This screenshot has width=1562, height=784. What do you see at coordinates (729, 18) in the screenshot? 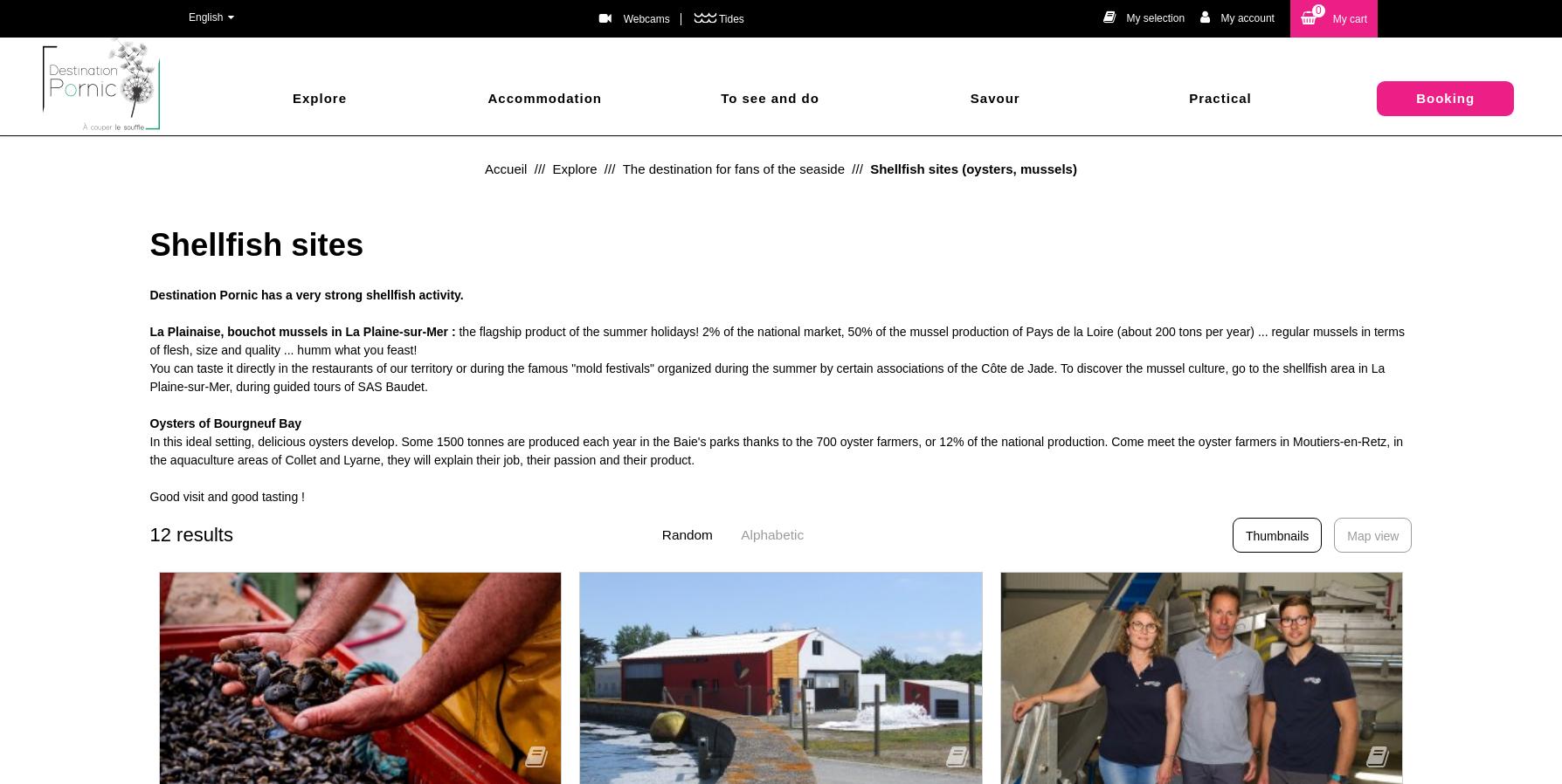
I see `'Tides'` at bounding box center [729, 18].